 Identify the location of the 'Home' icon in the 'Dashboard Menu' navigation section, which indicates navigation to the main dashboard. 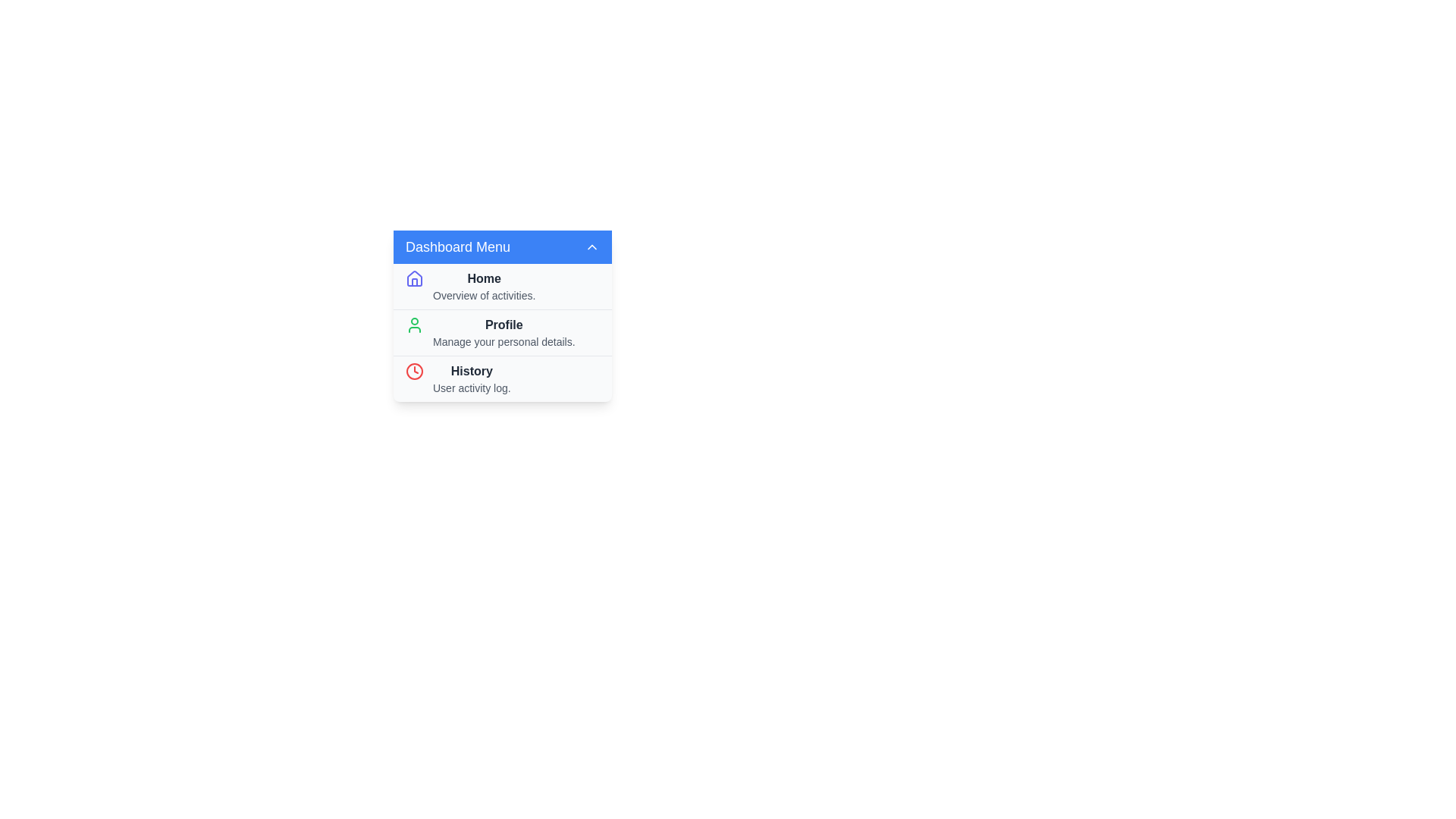
(415, 278).